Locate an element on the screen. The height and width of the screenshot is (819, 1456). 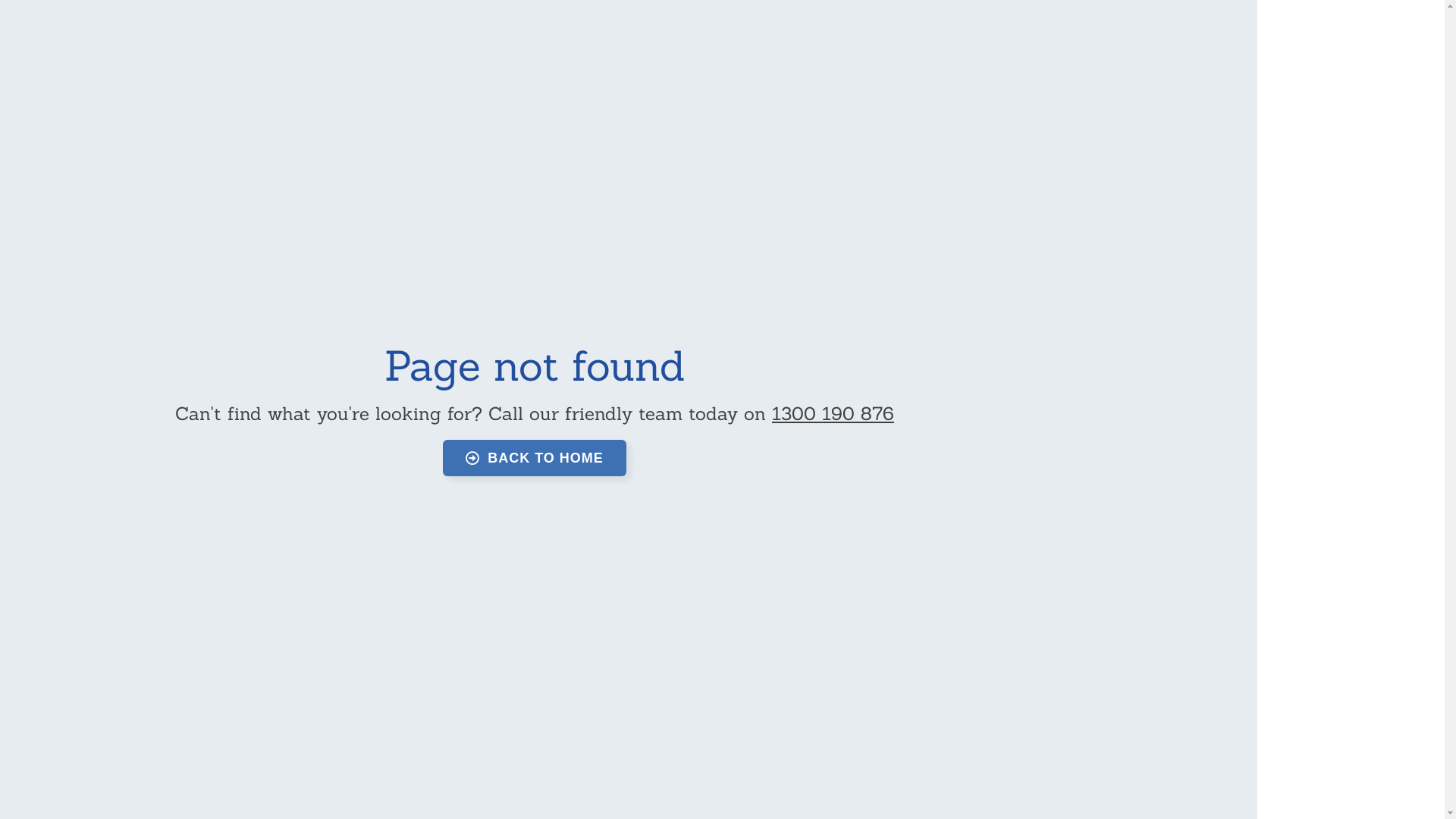
'BACK TO HOME' is located at coordinates (535, 457).